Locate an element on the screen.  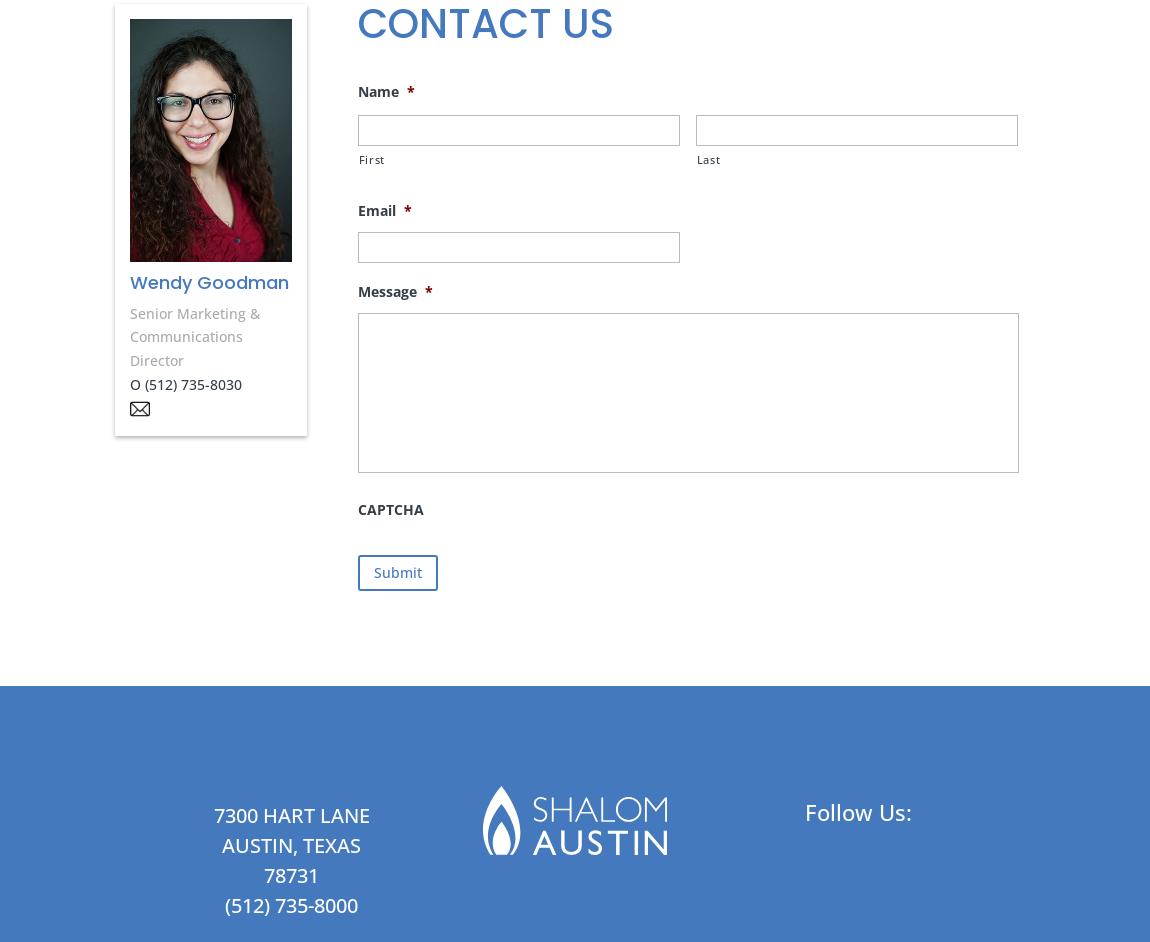
'7300 HART LANE' is located at coordinates (290, 814).